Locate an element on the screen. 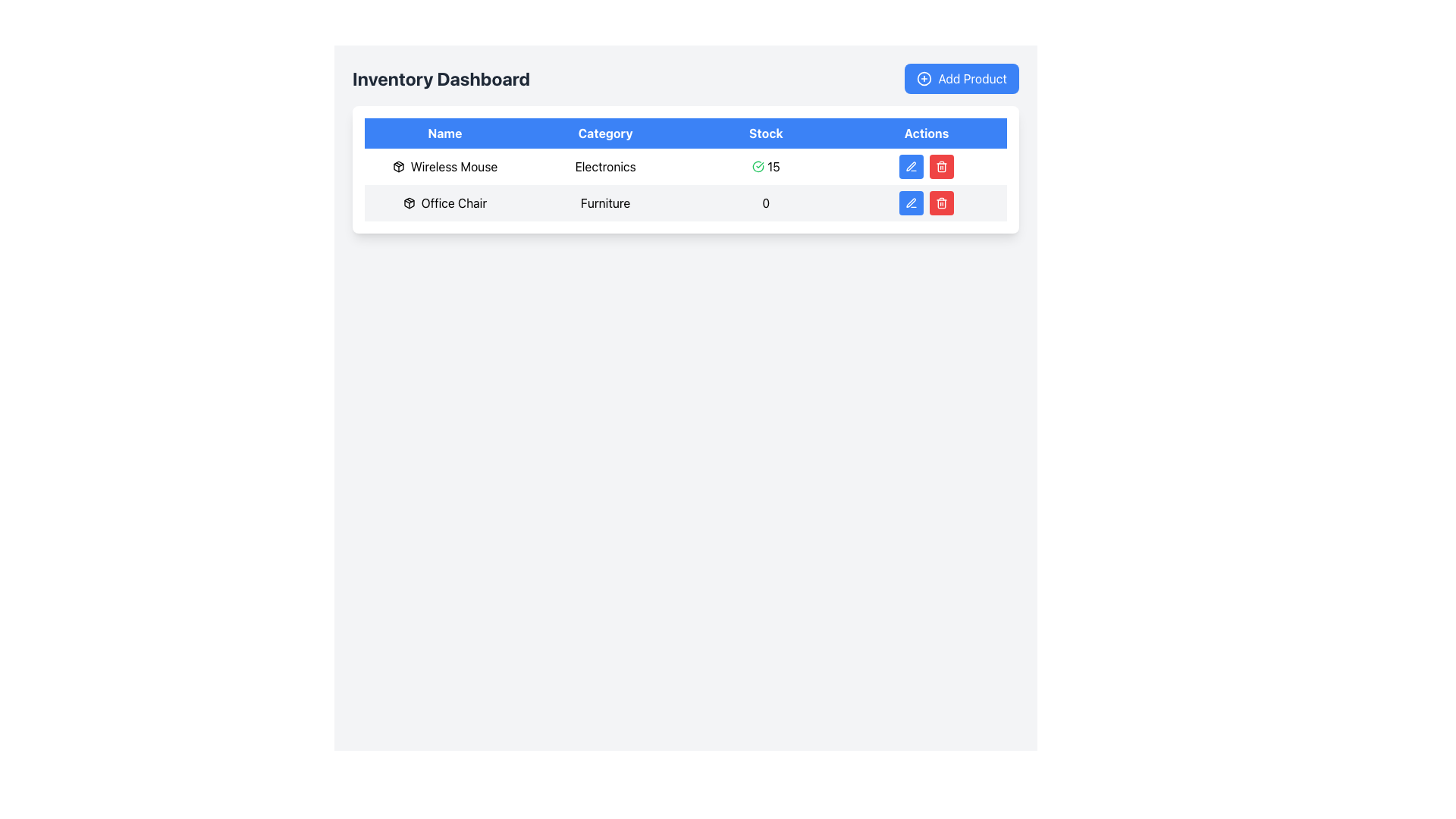 This screenshot has width=1456, height=819. Table Header labeled under the 'Stock' category, located in the third slot of the header row, between 'Category' and 'Actions' headers is located at coordinates (766, 133).